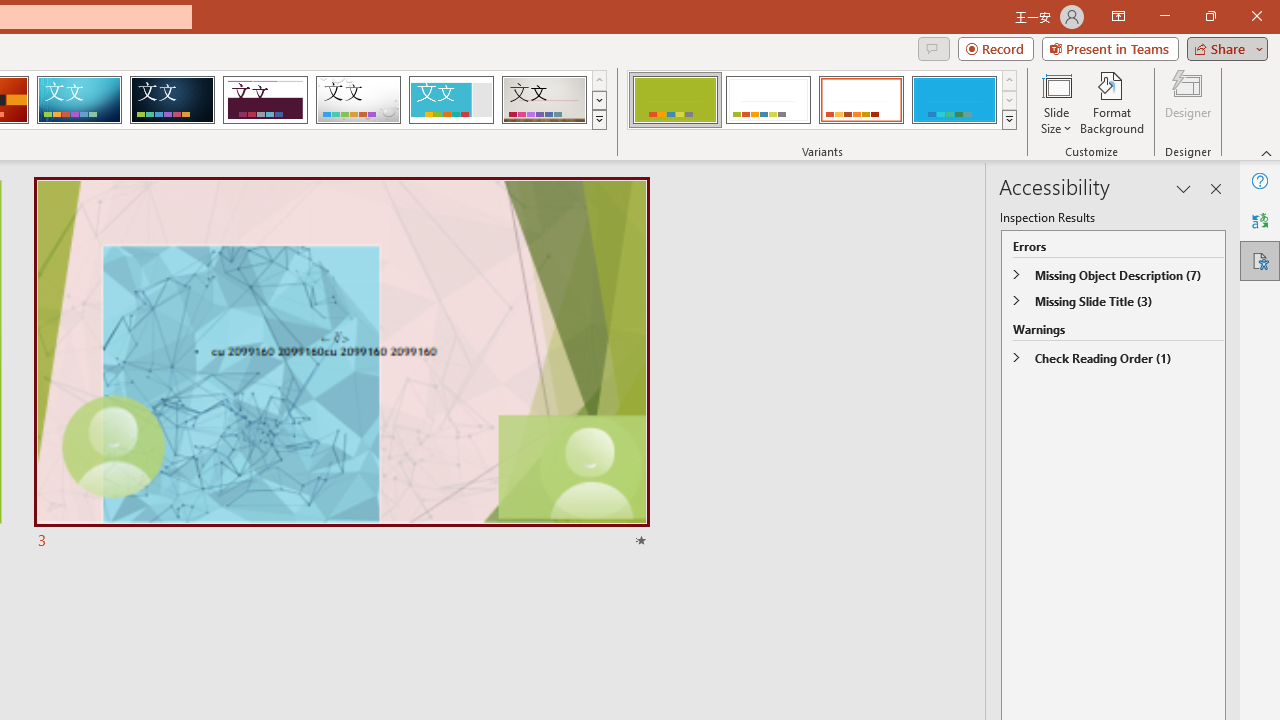 This screenshot has width=1280, height=720. Describe the element at coordinates (79, 100) in the screenshot. I see `'Circuit'` at that location.